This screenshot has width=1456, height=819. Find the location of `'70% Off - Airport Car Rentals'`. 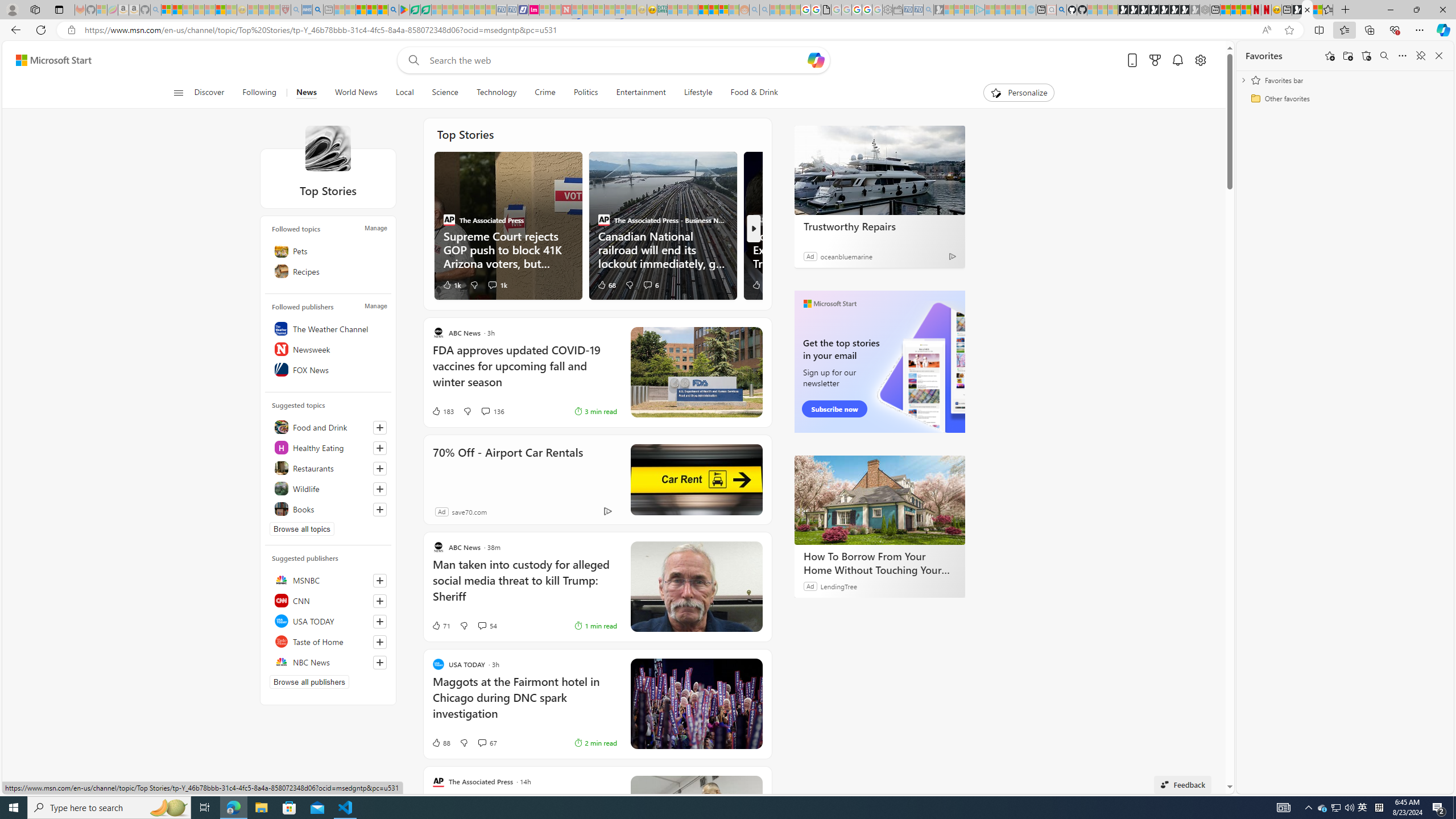

'70% Off - Airport Car Rentals' is located at coordinates (507, 468).